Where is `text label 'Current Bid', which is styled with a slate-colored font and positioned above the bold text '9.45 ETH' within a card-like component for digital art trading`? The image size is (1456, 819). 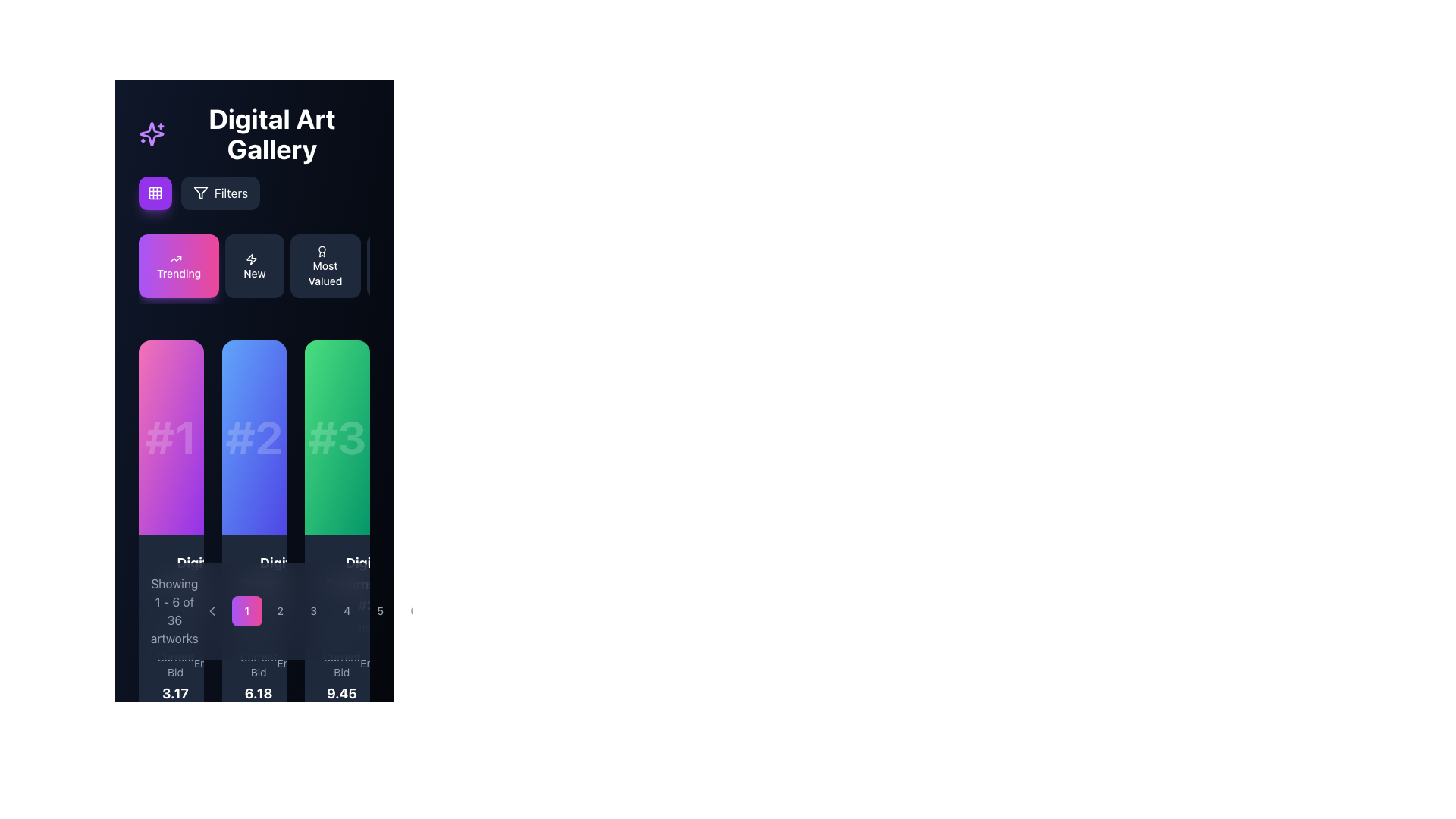 text label 'Current Bid', which is styled with a slate-colored font and positioned above the bold text '9.45 ETH' within a card-like component for digital art trading is located at coordinates (340, 664).